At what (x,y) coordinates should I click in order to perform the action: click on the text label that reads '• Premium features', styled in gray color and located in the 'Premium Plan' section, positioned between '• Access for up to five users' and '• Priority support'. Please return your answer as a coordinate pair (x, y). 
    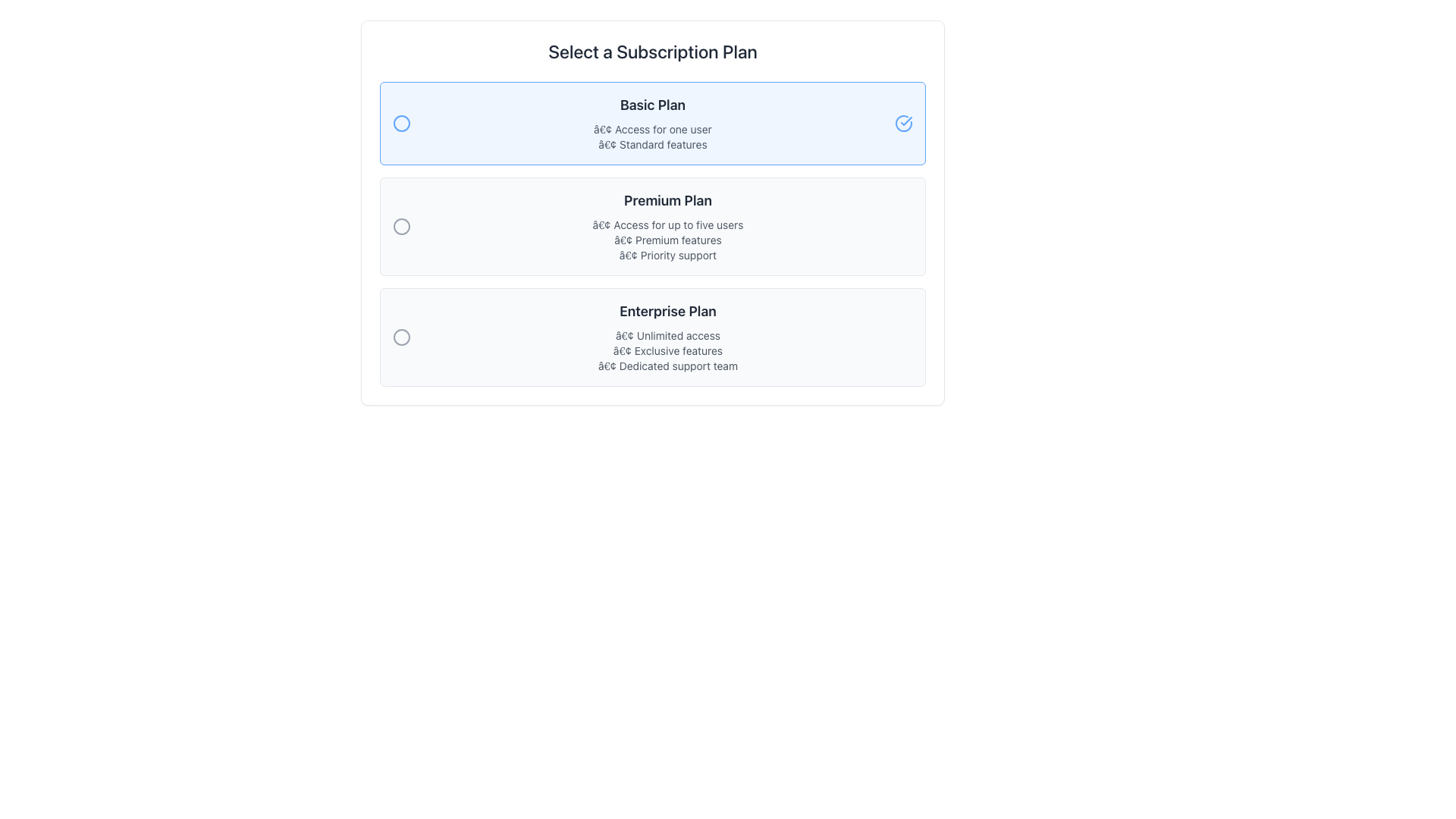
    Looking at the image, I should click on (667, 239).